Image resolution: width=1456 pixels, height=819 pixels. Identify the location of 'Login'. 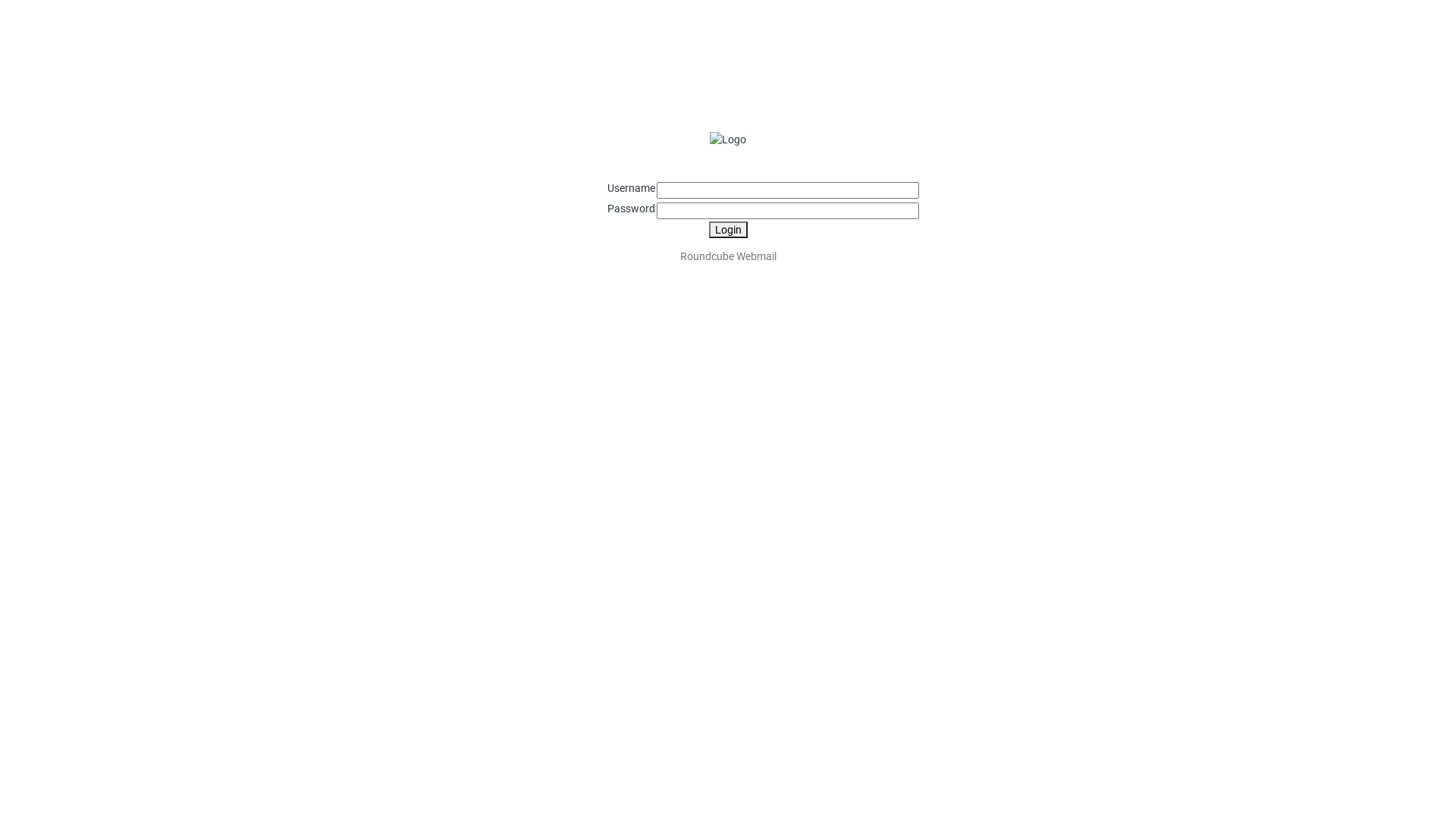
(726, 230).